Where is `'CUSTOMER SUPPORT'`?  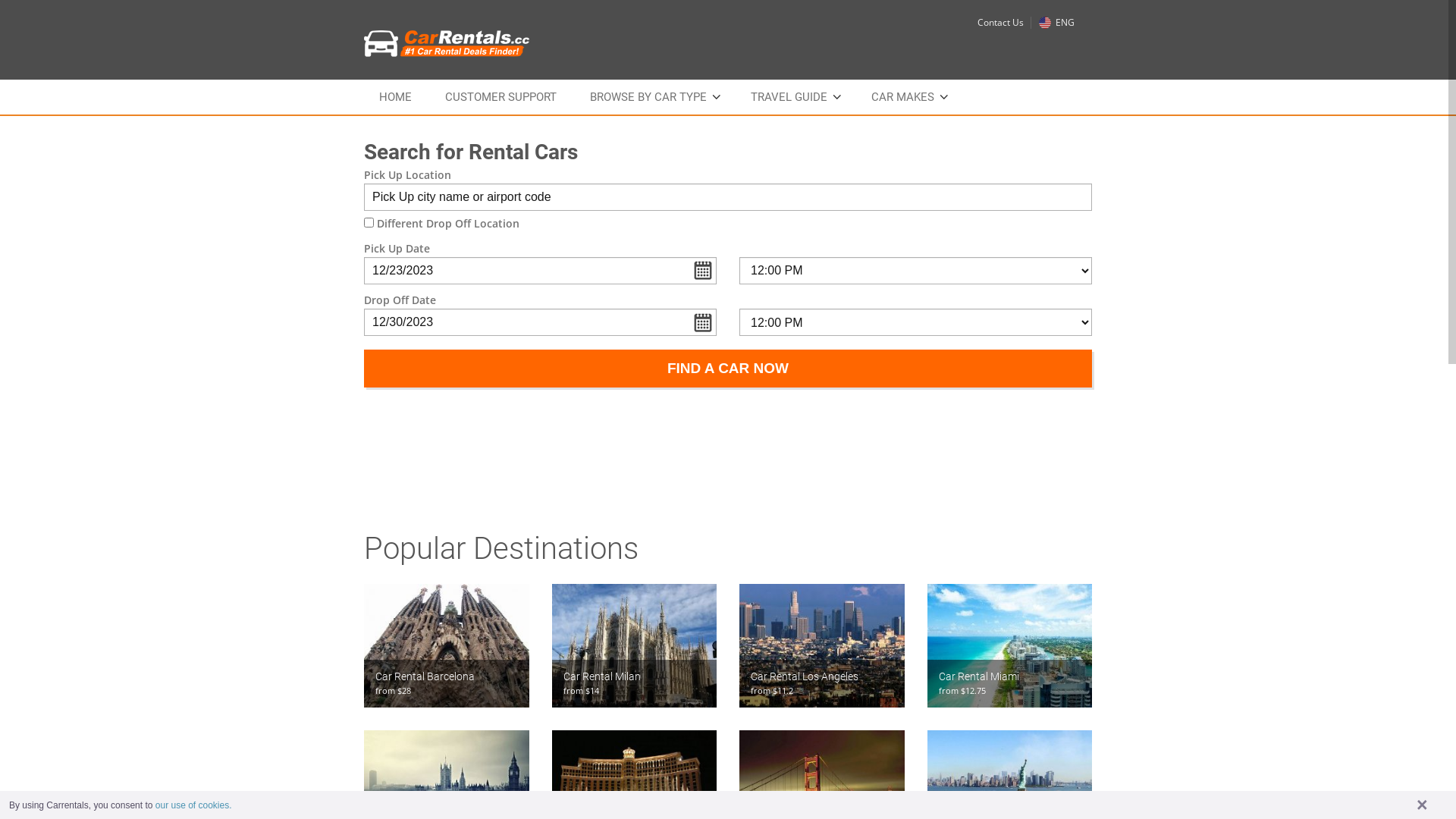 'CUSTOMER SUPPORT' is located at coordinates (500, 96).